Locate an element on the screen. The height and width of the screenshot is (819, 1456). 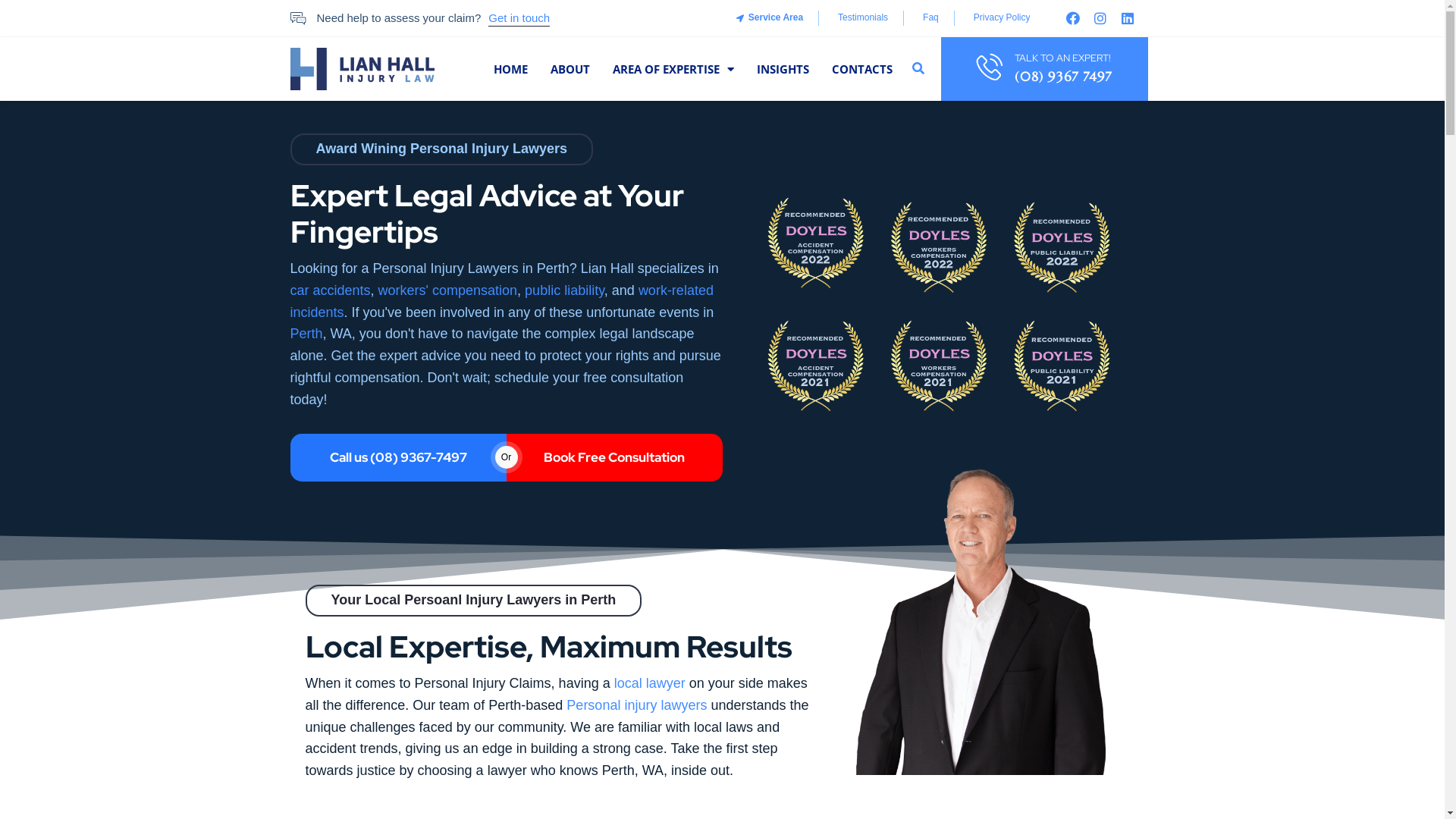
'AREA OF EXPERTISE' is located at coordinates (673, 69).